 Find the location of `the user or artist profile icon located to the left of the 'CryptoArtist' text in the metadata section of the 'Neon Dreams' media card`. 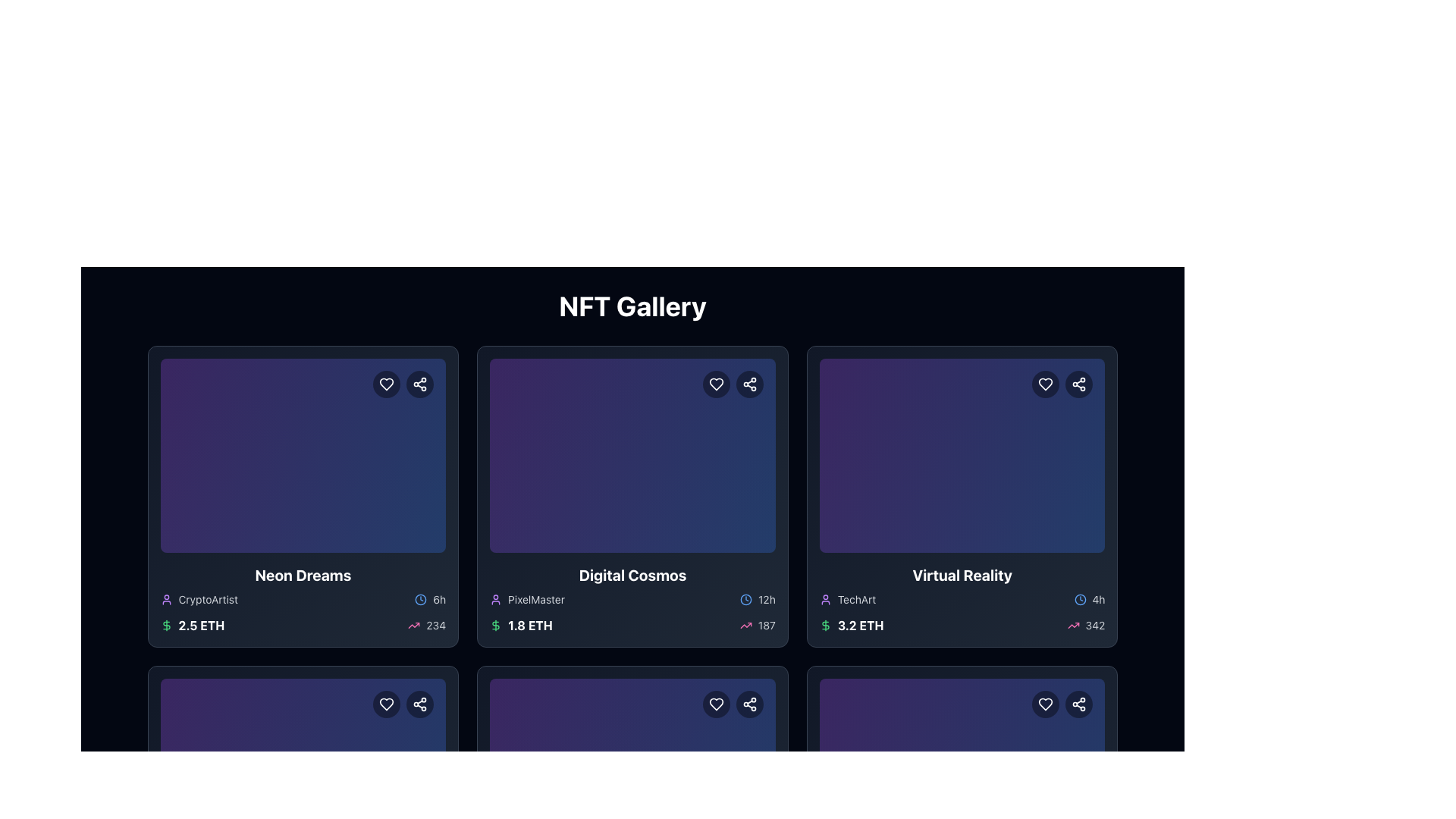

the user or artist profile icon located to the left of the 'CryptoArtist' text in the metadata section of the 'Neon Dreams' media card is located at coordinates (166, 598).